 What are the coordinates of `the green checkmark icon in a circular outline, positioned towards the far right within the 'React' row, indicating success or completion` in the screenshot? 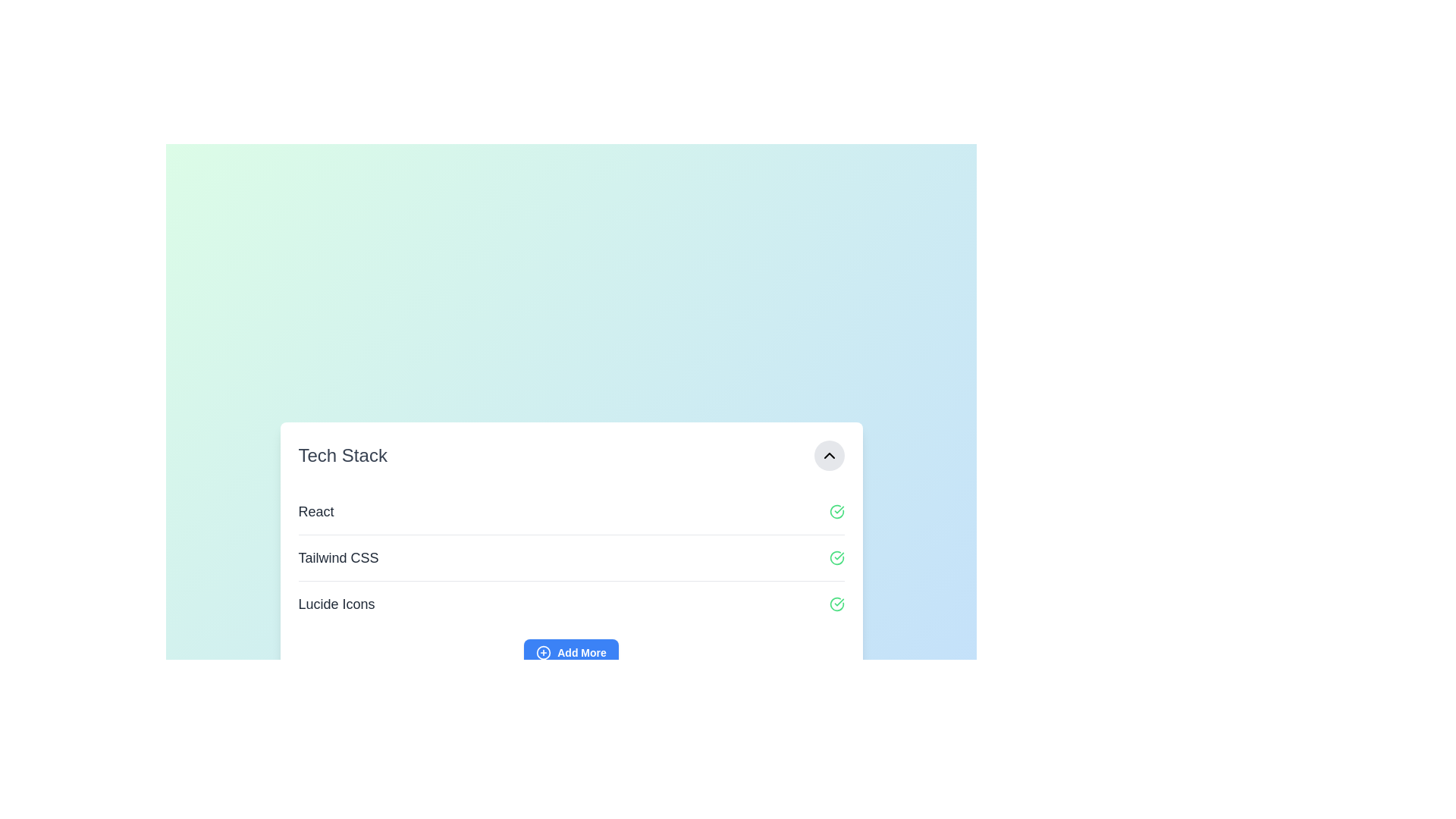 It's located at (836, 512).